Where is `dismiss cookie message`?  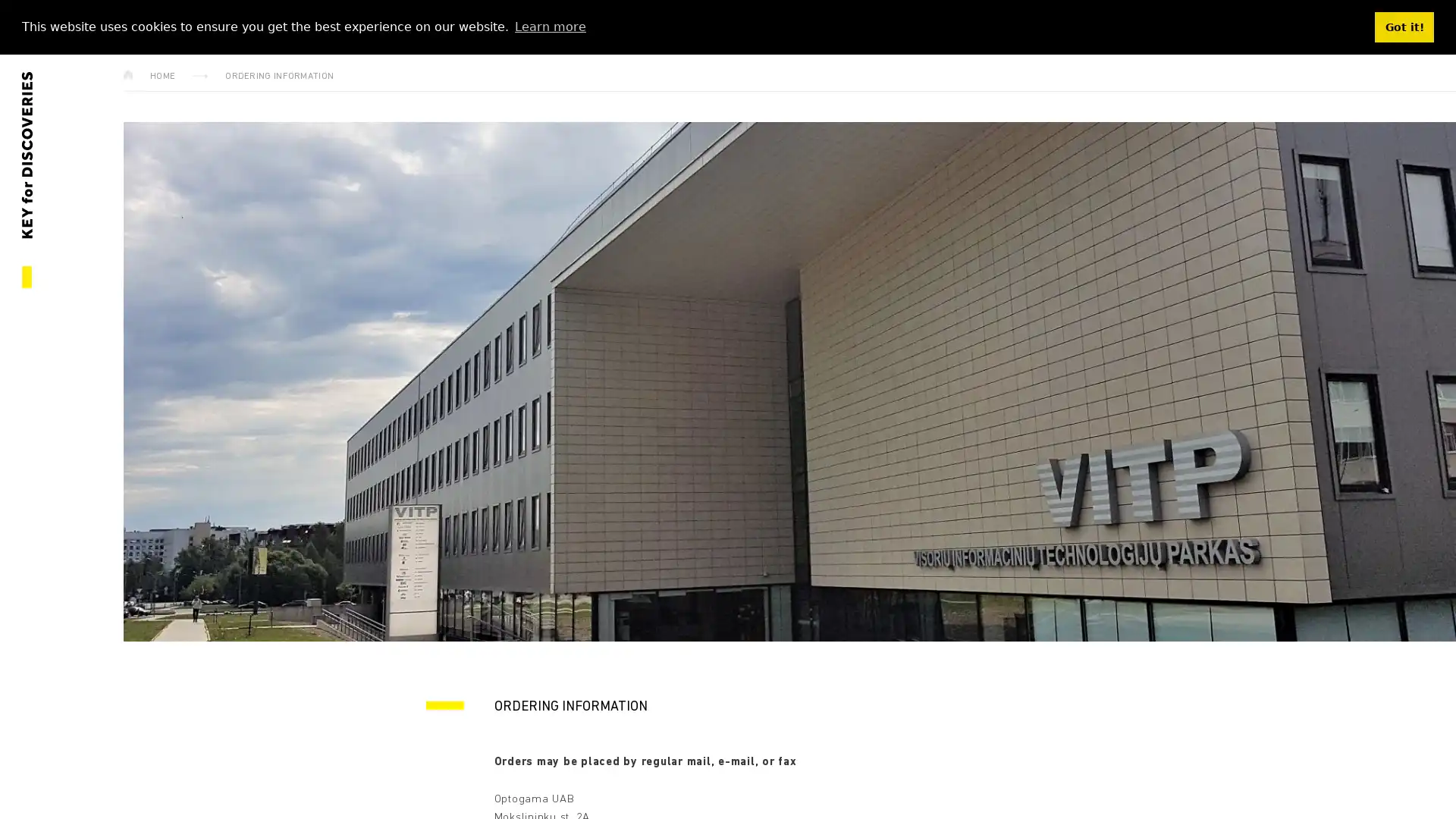 dismiss cookie message is located at coordinates (1404, 27).